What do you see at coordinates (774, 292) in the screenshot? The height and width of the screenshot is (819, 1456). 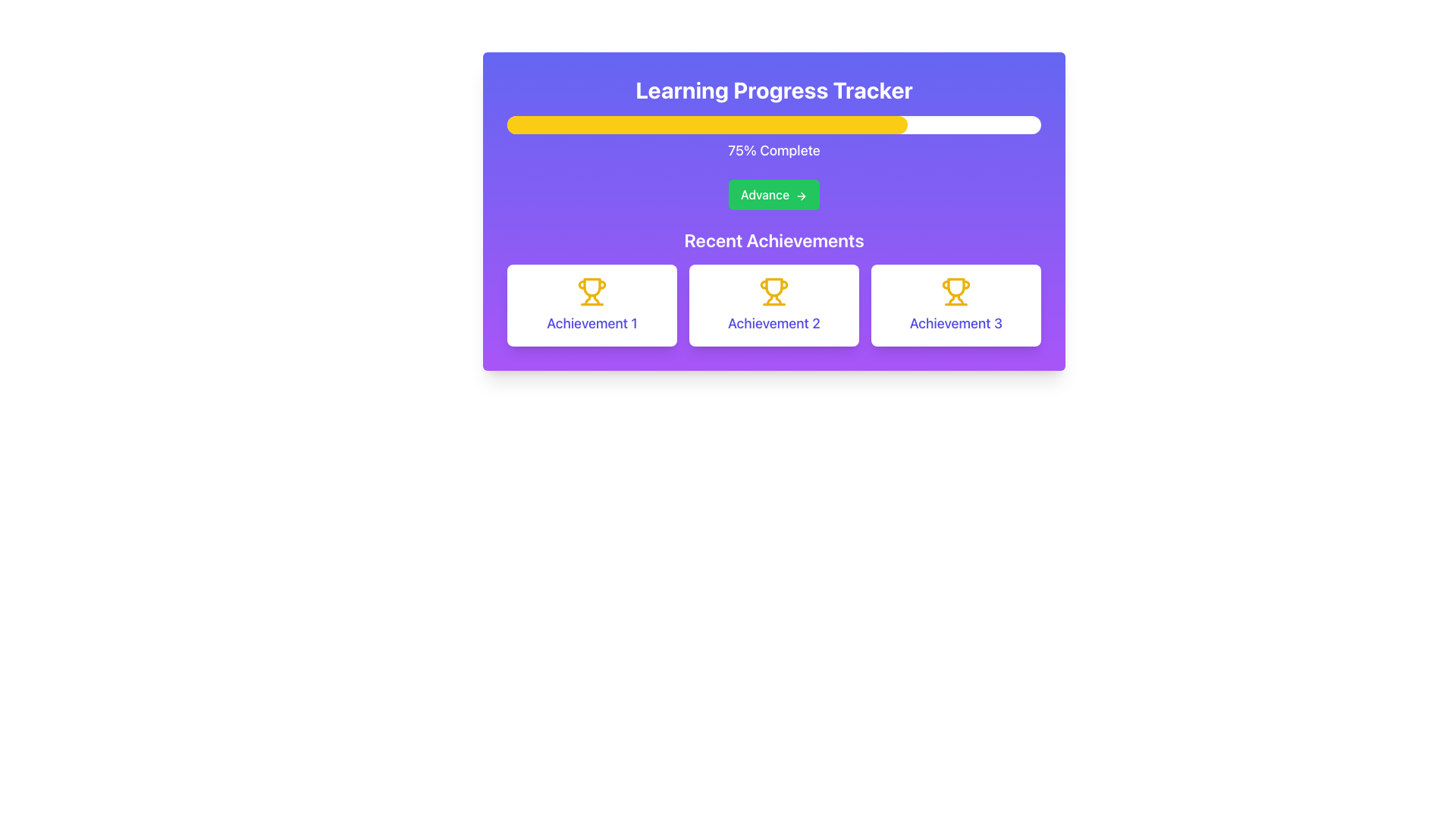 I see `the decorative SVG graphic element symbolizing 'Achievement 2' located in the center of the second card under the 'Recent Achievements' section` at bounding box center [774, 292].